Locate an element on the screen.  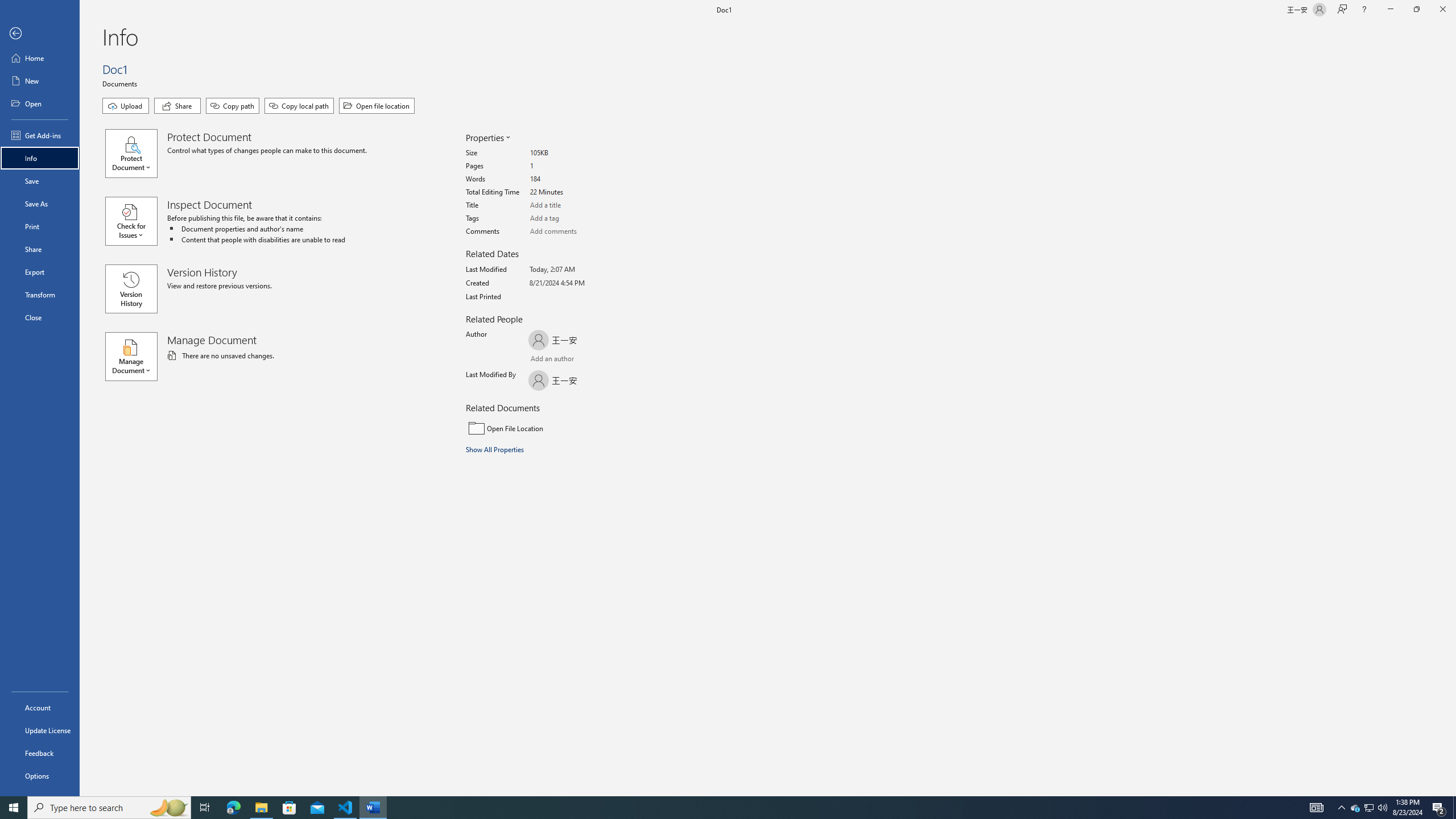
'Print' is located at coordinates (39, 226).